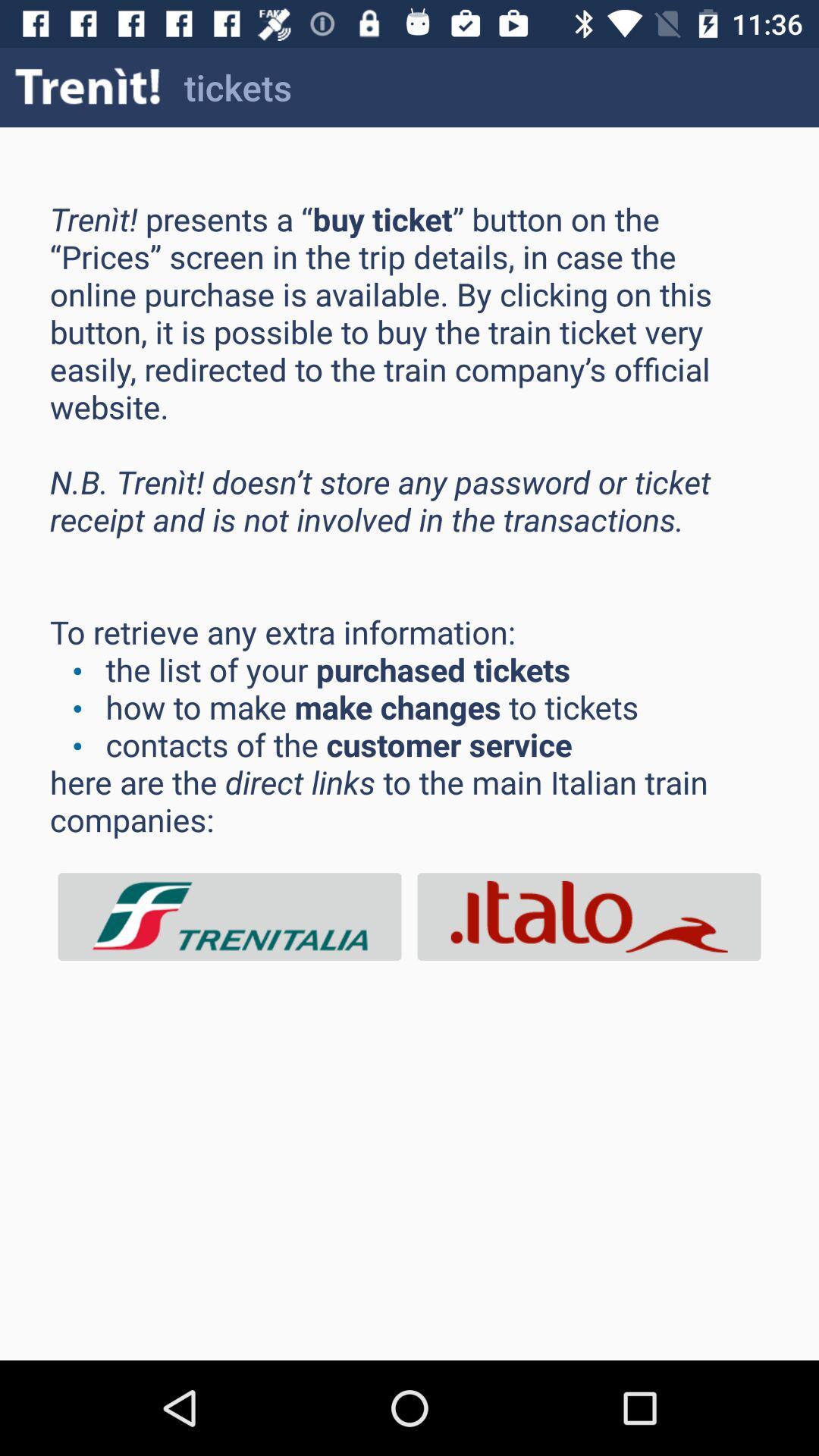 This screenshot has height=1456, width=819. I want to click on trenitalia website, so click(230, 916).